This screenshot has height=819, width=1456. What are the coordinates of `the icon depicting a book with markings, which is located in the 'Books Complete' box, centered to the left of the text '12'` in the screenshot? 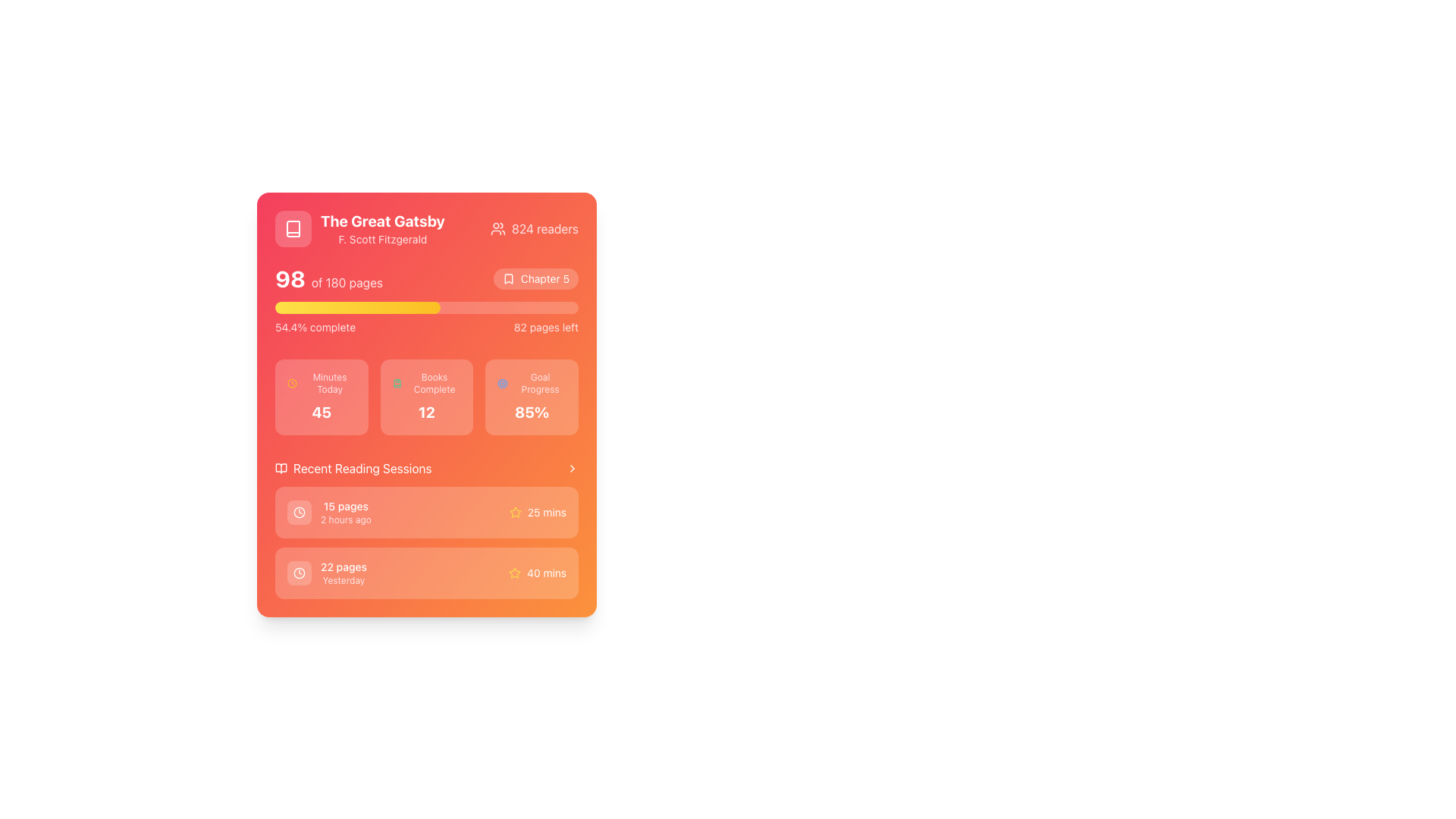 It's located at (397, 382).